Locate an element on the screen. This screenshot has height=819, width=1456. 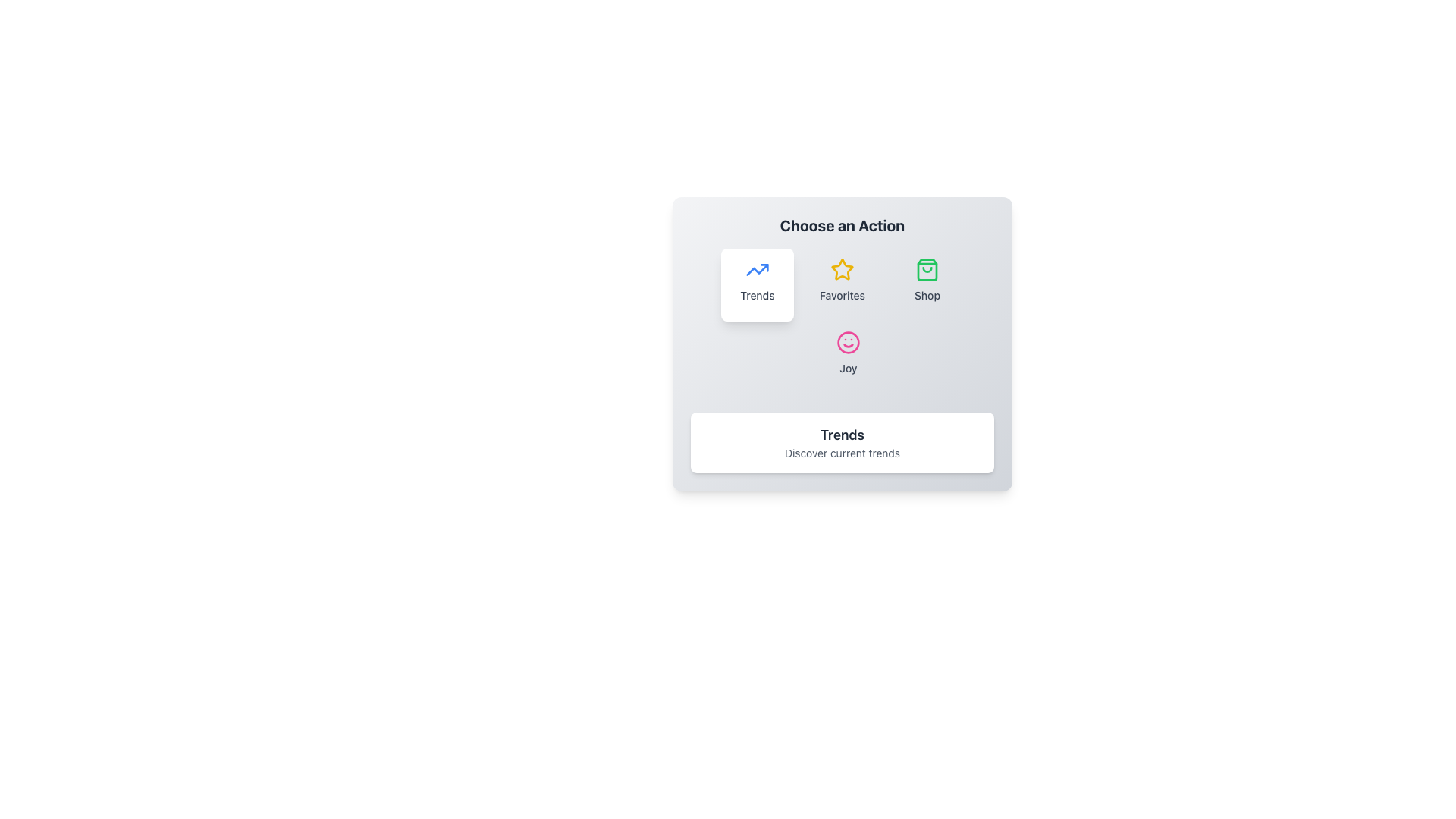
the blue upwards trending arrow icon above the word 'Trends' is located at coordinates (757, 284).